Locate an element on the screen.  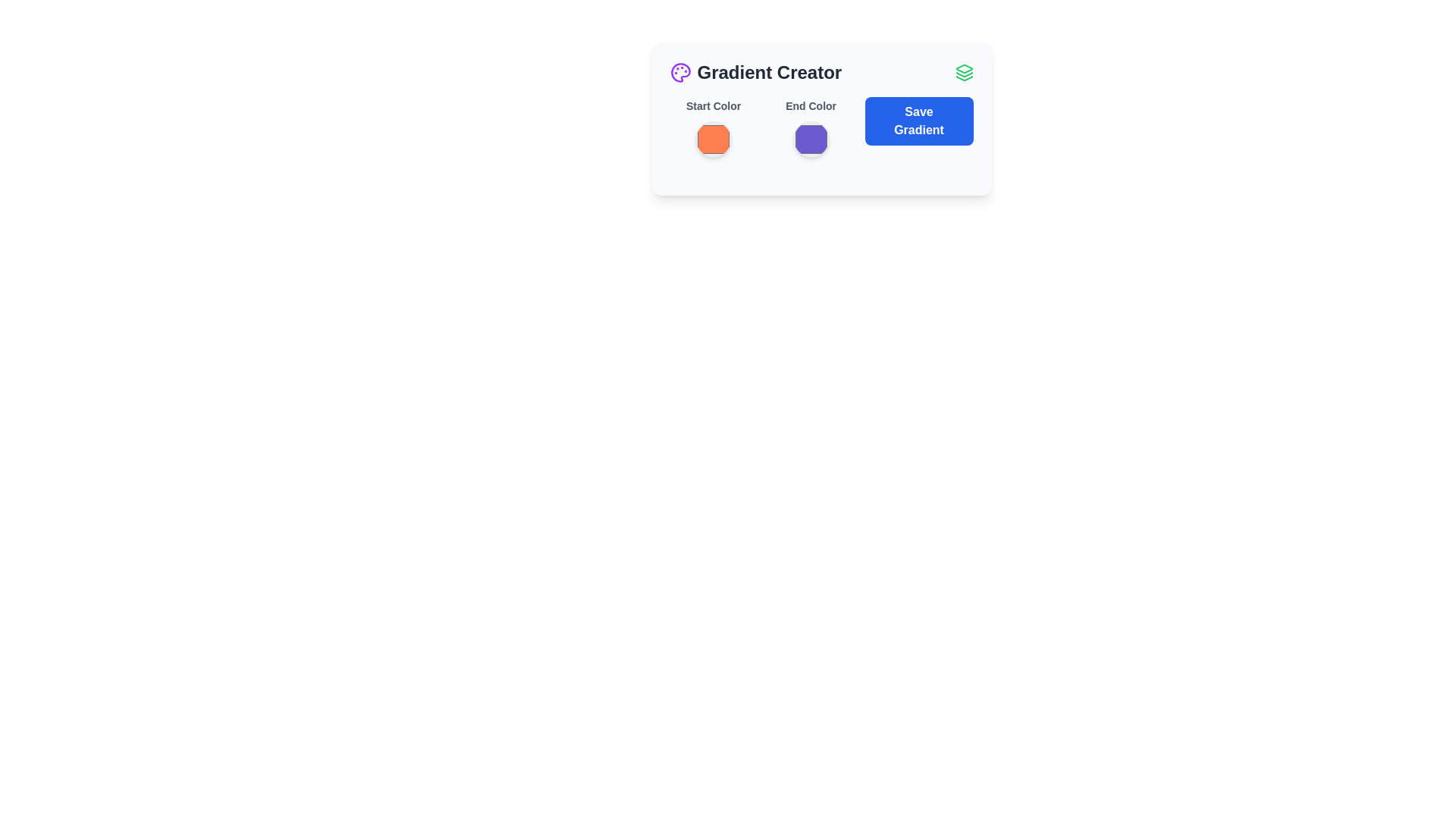
the purple paint palette icon located to the left of the text 'Gradient Creator' in the top-left corner of the group is located at coordinates (679, 73).